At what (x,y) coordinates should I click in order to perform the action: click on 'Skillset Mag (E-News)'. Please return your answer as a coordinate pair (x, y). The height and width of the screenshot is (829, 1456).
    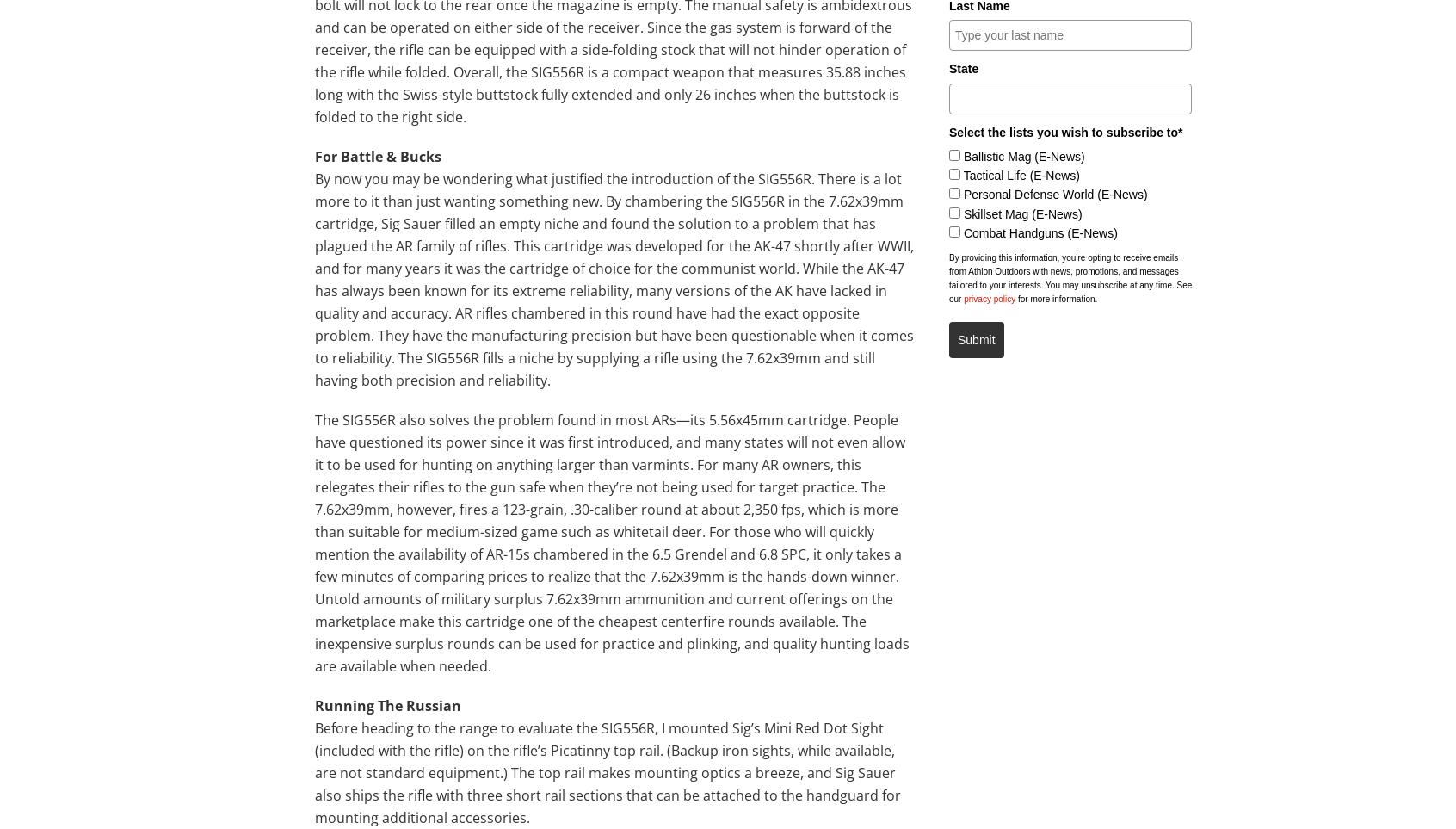
    Looking at the image, I should click on (1021, 213).